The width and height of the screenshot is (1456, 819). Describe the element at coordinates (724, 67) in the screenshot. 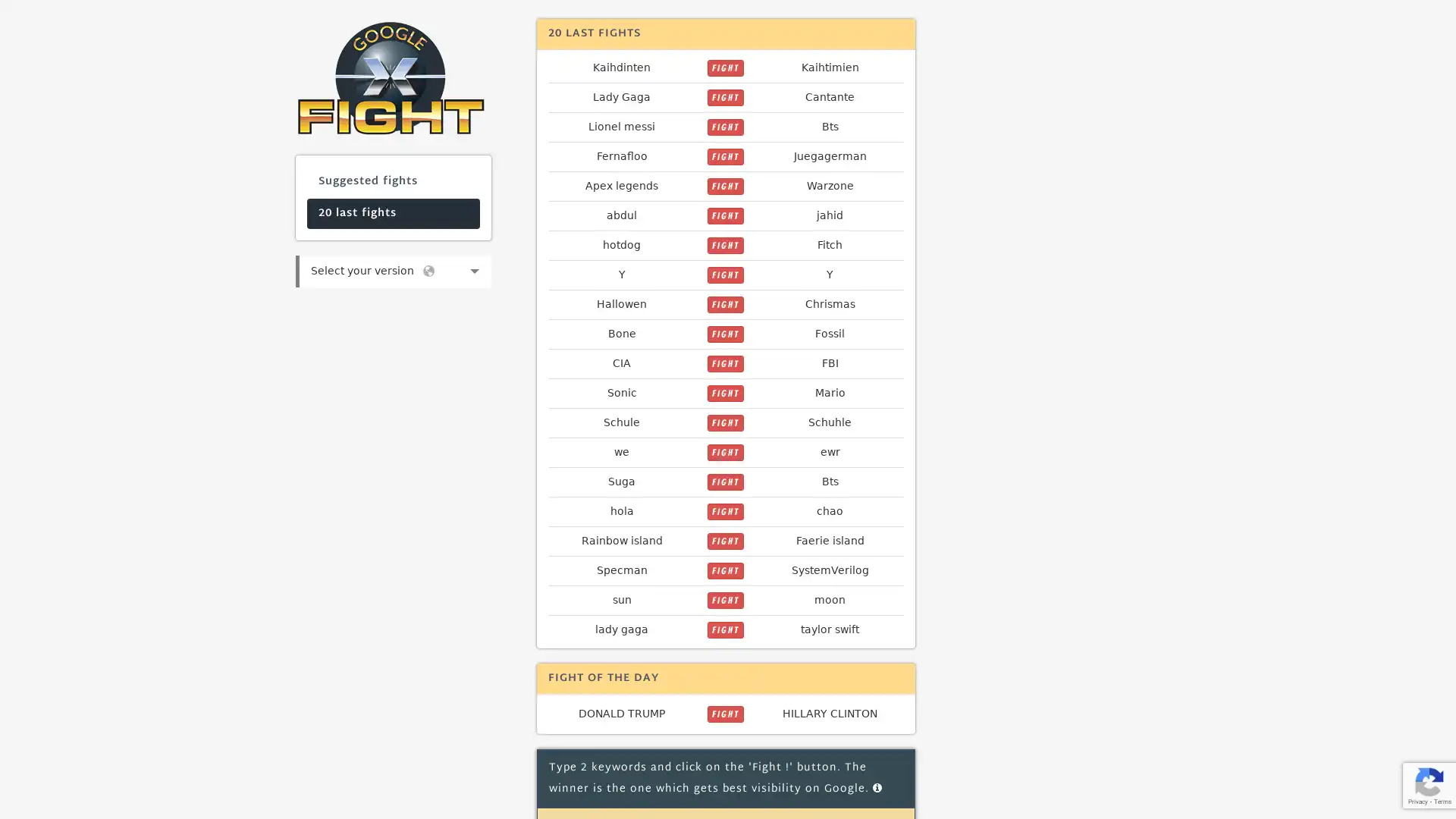

I see `FIGHT` at that location.